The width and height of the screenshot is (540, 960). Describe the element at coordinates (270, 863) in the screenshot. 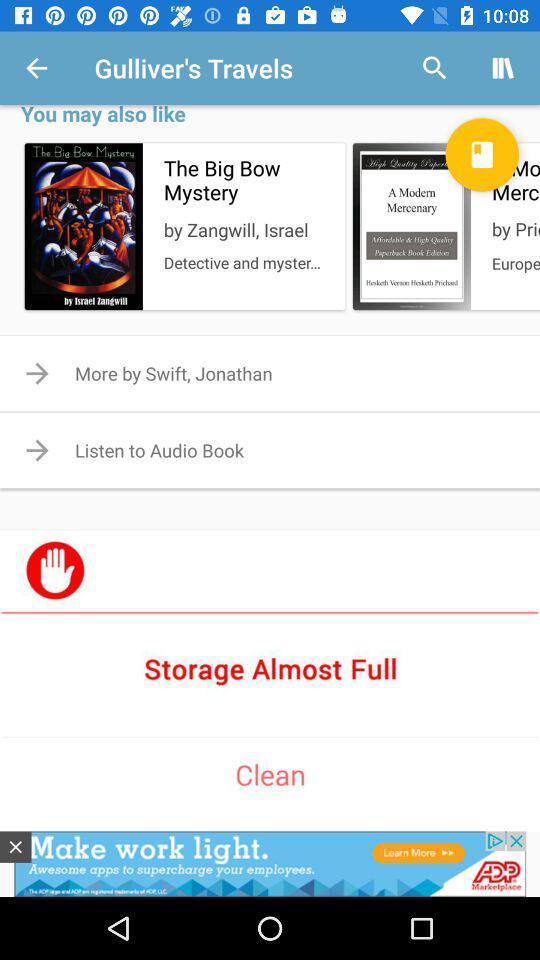

I see `advertisement` at that location.